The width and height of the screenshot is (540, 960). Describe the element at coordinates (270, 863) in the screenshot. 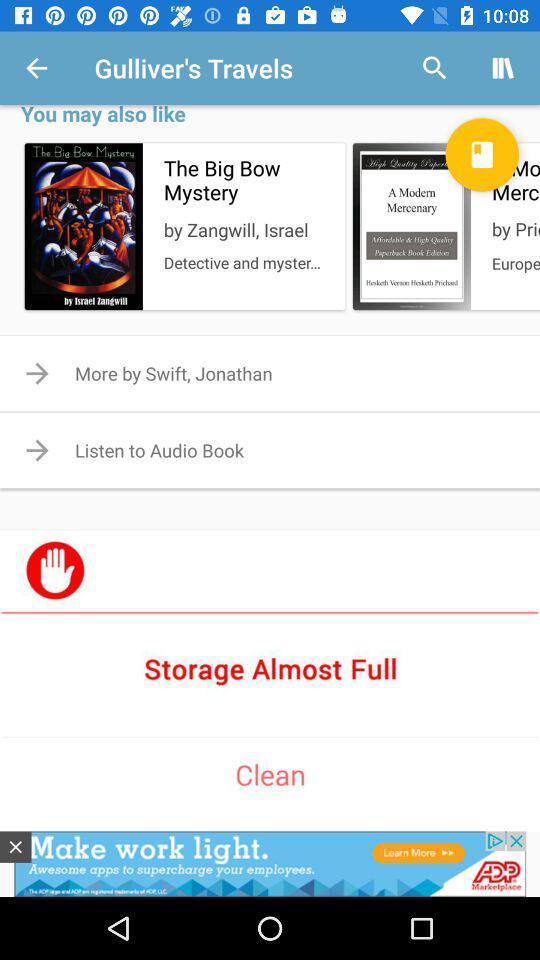

I see `advertisement` at that location.